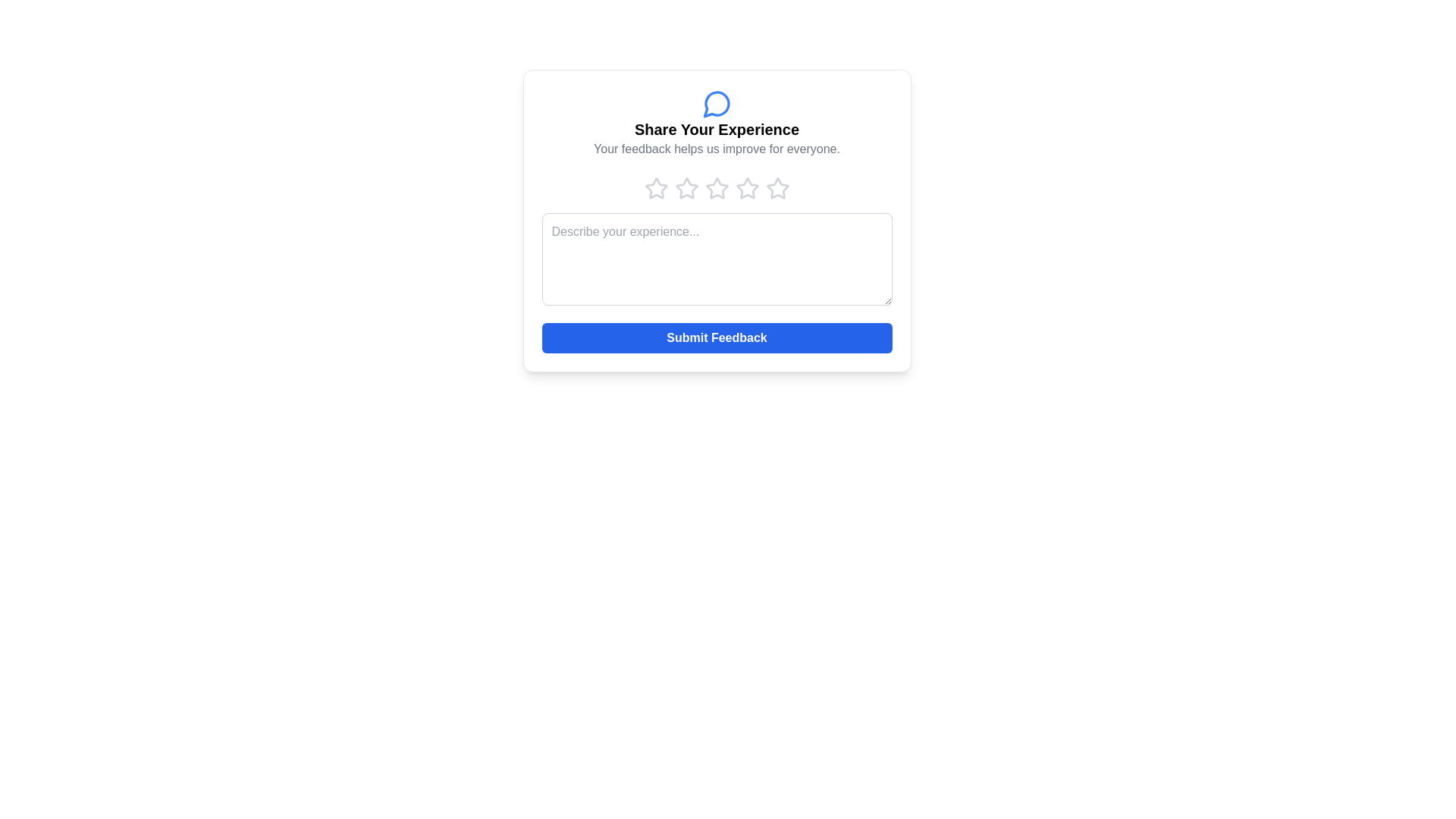  What do you see at coordinates (656, 187) in the screenshot?
I see `the first star icon in the horizontal sequence of five rating stars to emphasize its interactivity` at bounding box center [656, 187].